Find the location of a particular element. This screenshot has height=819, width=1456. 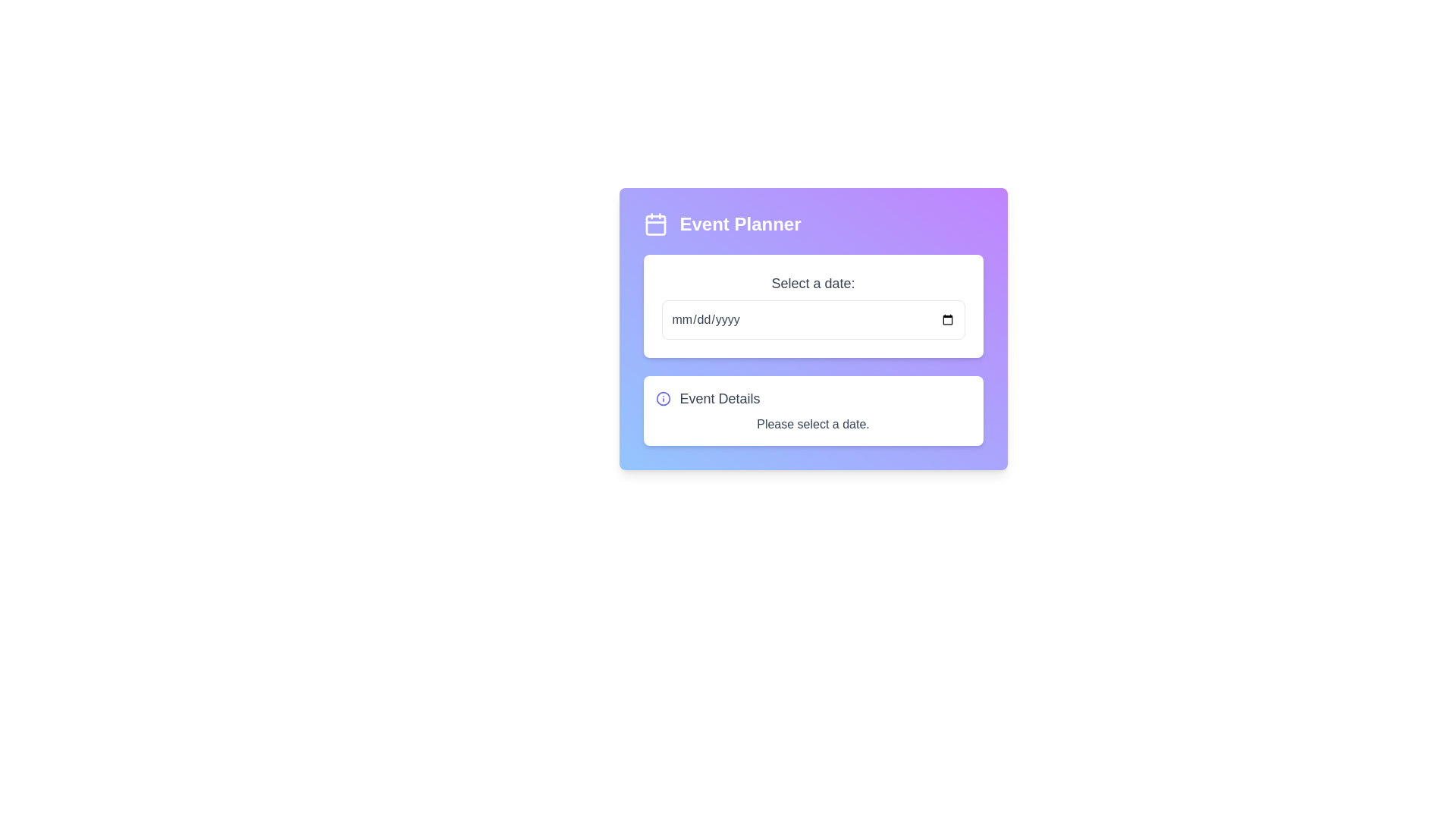

the 'Event Details' text label, which is displayed in a medium-sized, bold font within a purple gradient card interface, located below a calendar input field is located at coordinates (719, 397).